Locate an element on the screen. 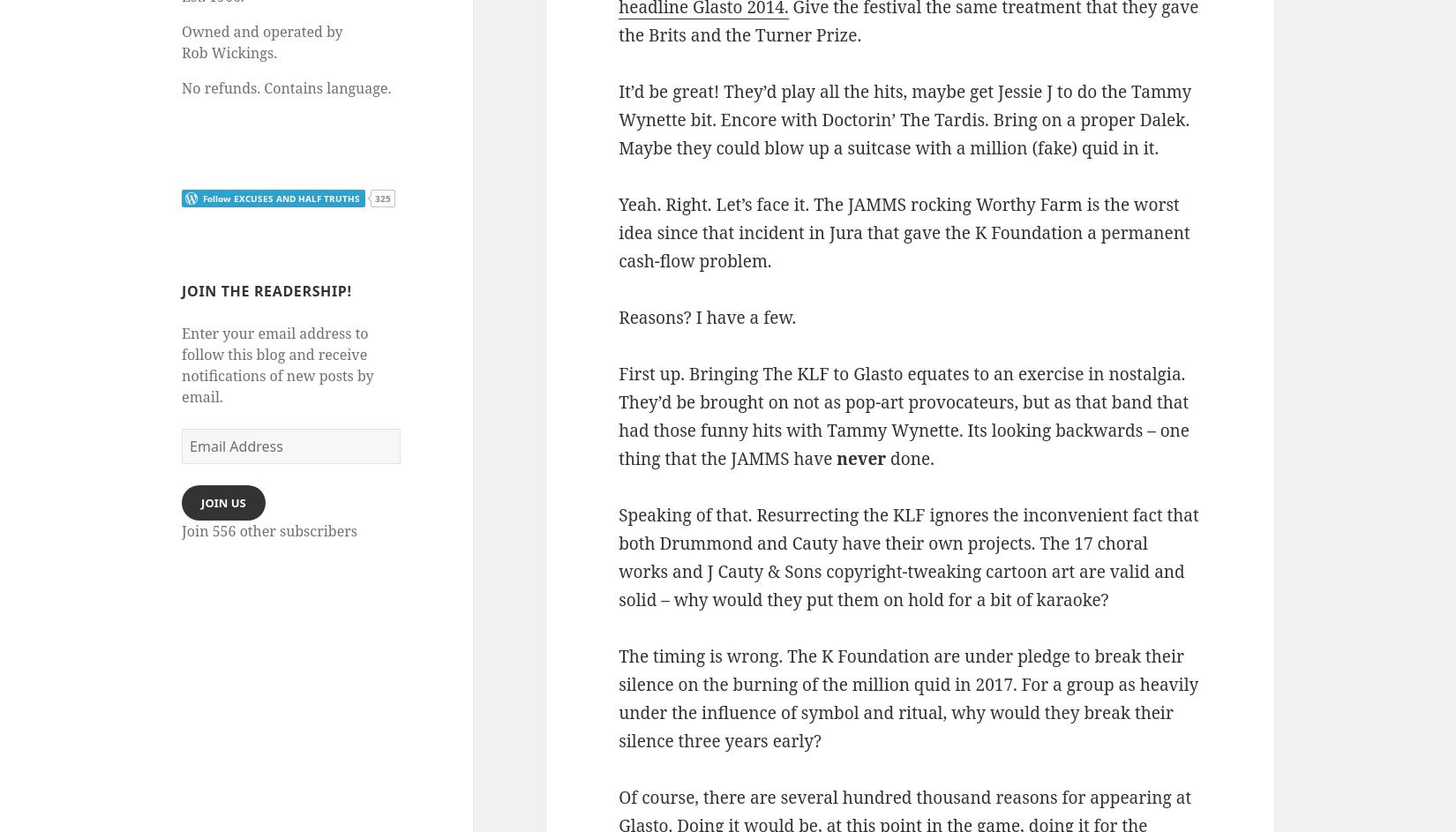 The image size is (1456, 832). 'Join Us' is located at coordinates (222, 502).